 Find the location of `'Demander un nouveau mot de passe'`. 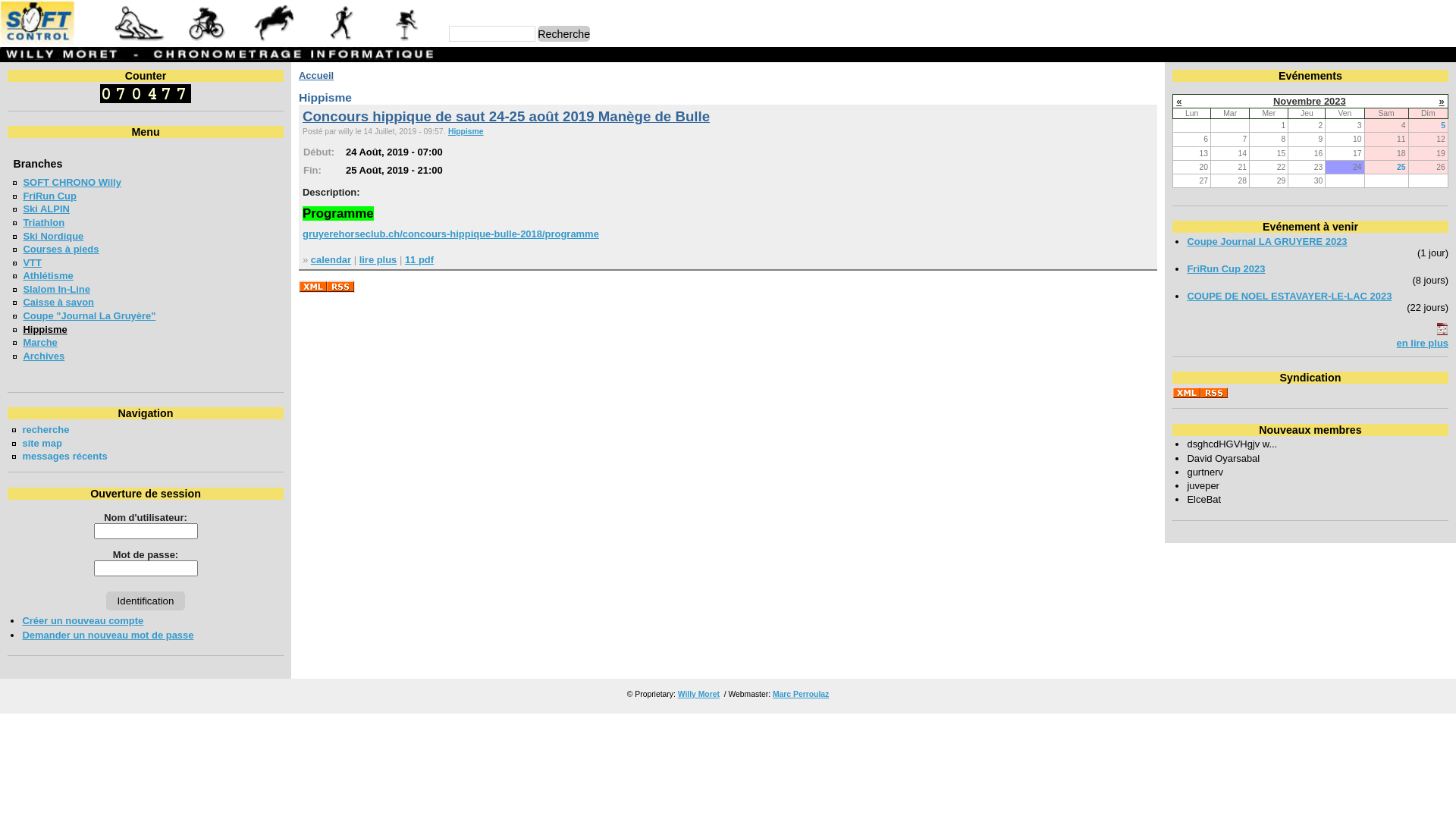

'Demander un nouveau mot de passe' is located at coordinates (107, 635).